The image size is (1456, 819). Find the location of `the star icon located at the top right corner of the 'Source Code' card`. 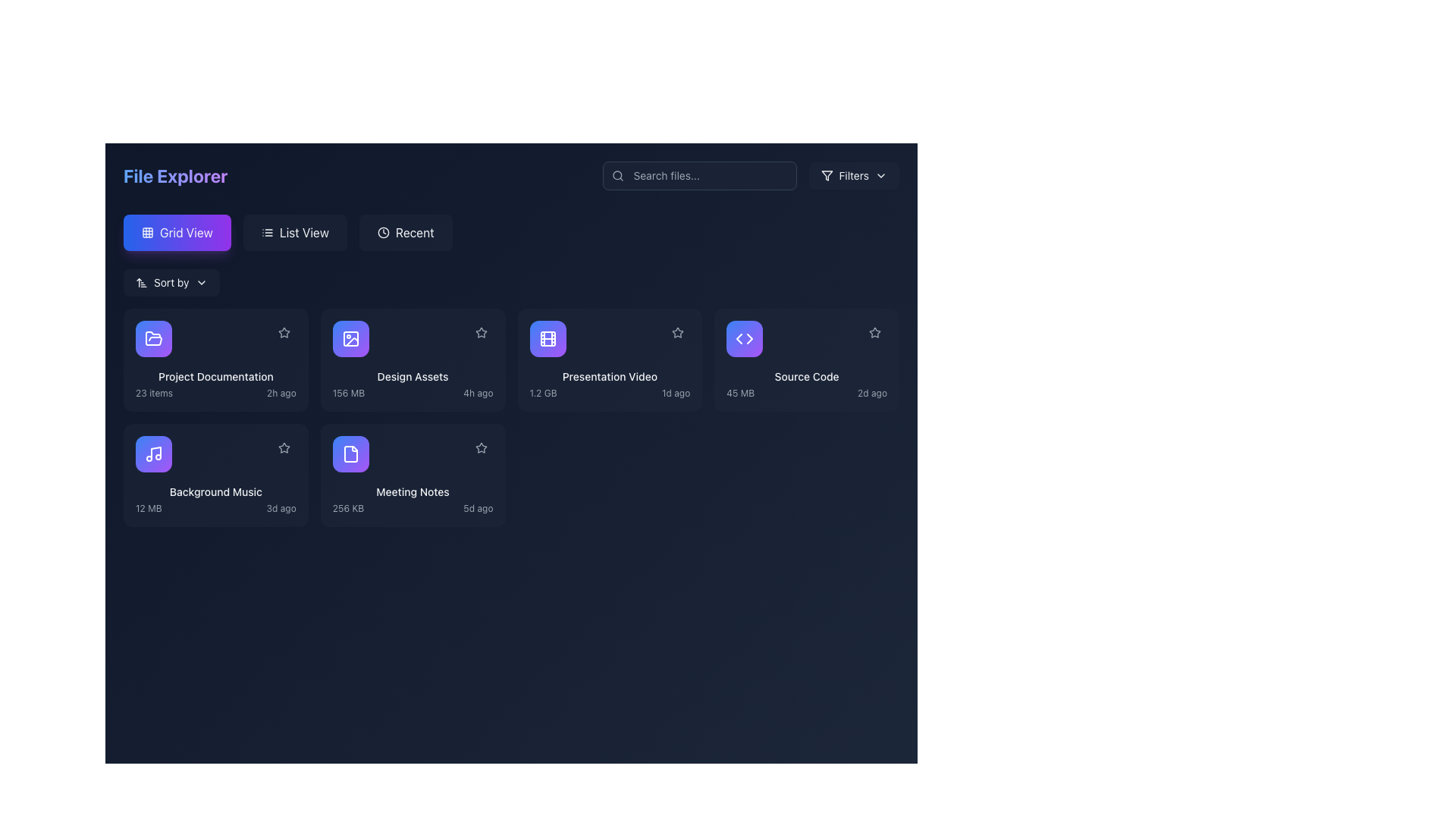

the star icon located at the top right corner of the 'Source Code' card is located at coordinates (874, 332).